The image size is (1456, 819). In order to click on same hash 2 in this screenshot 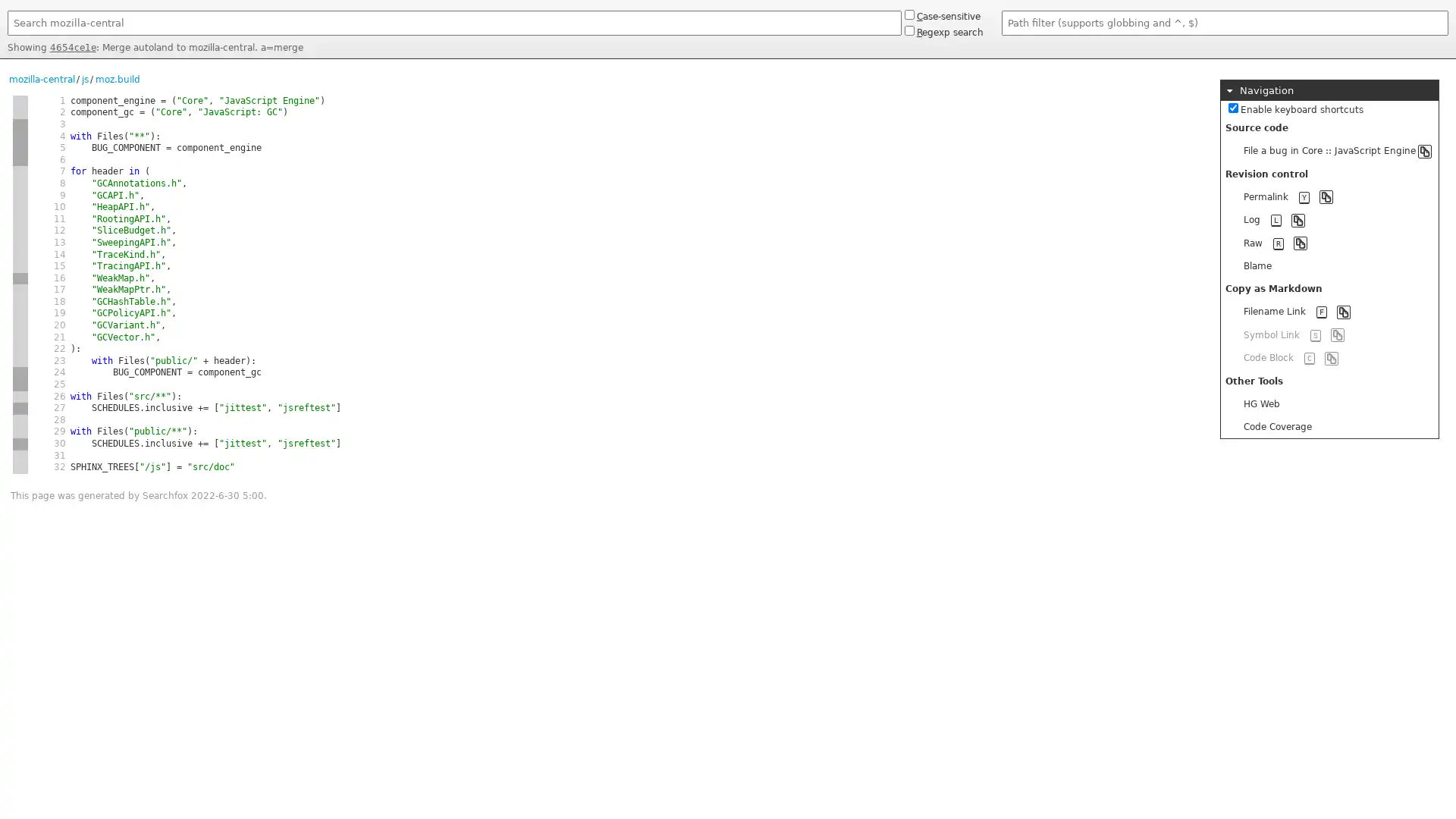, I will do `click(20, 136)`.